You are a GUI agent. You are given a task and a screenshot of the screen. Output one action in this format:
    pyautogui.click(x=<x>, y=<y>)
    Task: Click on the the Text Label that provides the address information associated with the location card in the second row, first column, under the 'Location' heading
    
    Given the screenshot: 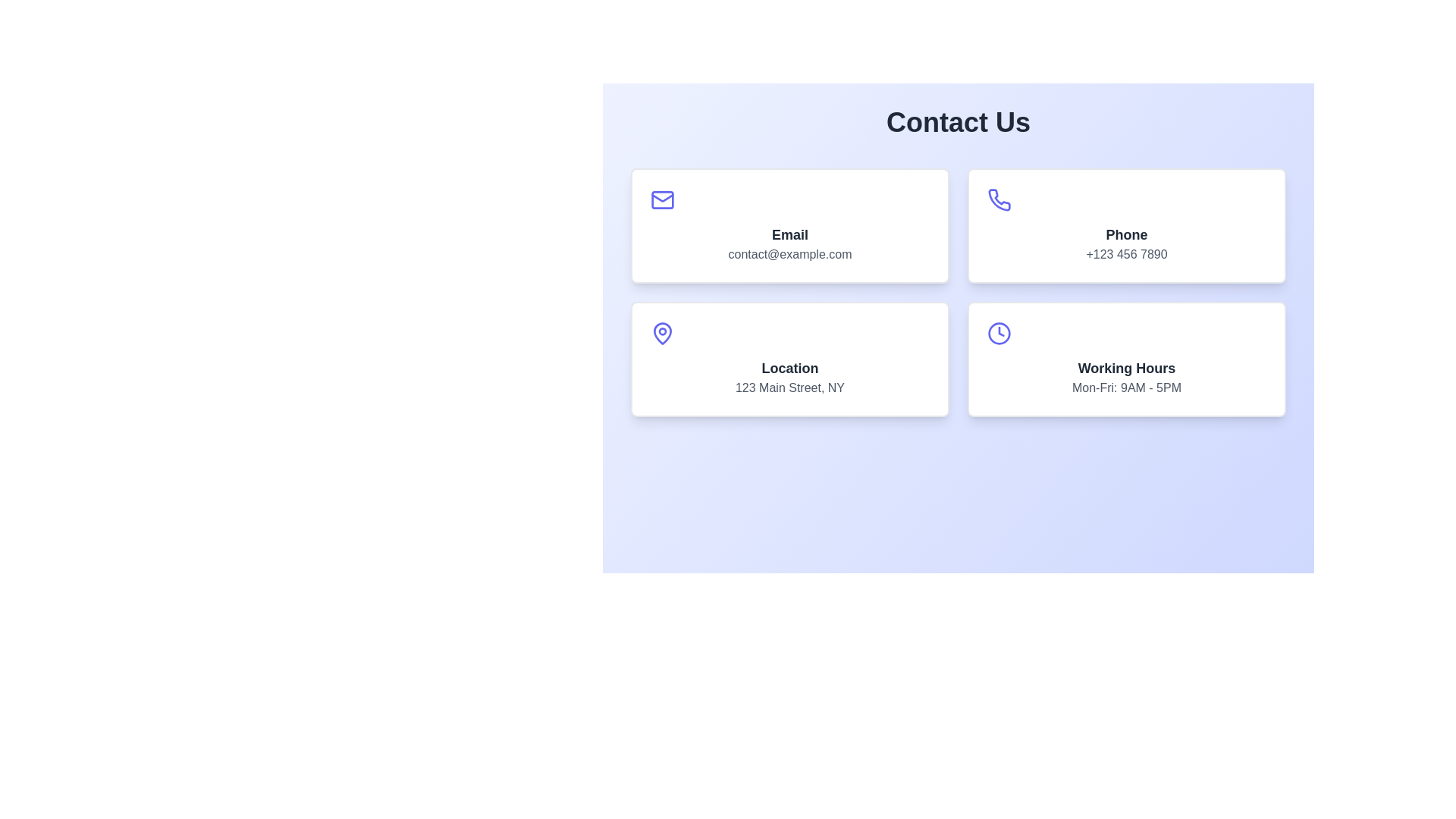 What is the action you would take?
    pyautogui.click(x=789, y=388)
    